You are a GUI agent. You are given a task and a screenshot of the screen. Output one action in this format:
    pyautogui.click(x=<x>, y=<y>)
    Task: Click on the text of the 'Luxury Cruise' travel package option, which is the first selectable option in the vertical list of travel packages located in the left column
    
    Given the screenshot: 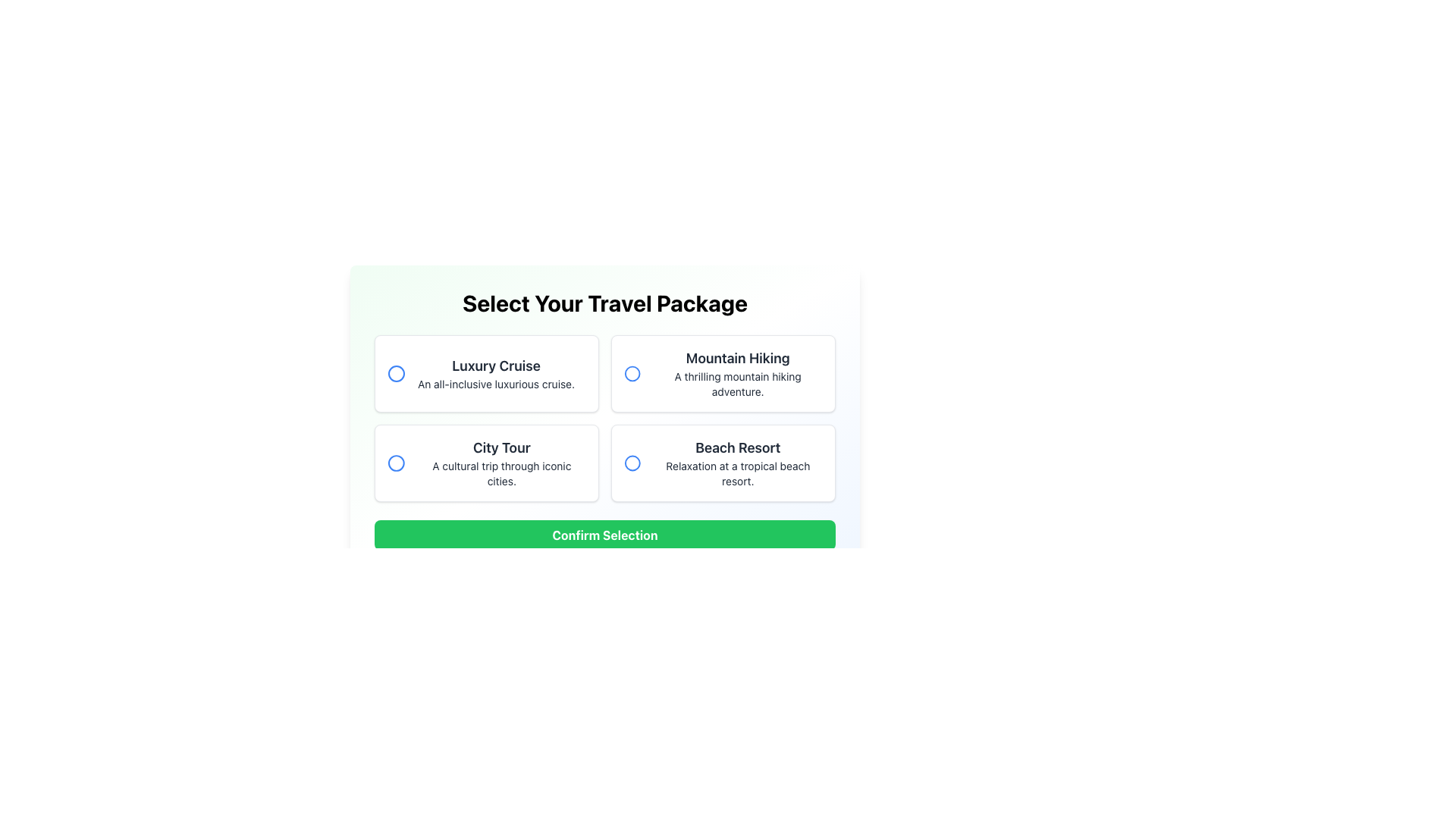 What is the action you would take?
    pyautogui.click(x=496, y=374)
    